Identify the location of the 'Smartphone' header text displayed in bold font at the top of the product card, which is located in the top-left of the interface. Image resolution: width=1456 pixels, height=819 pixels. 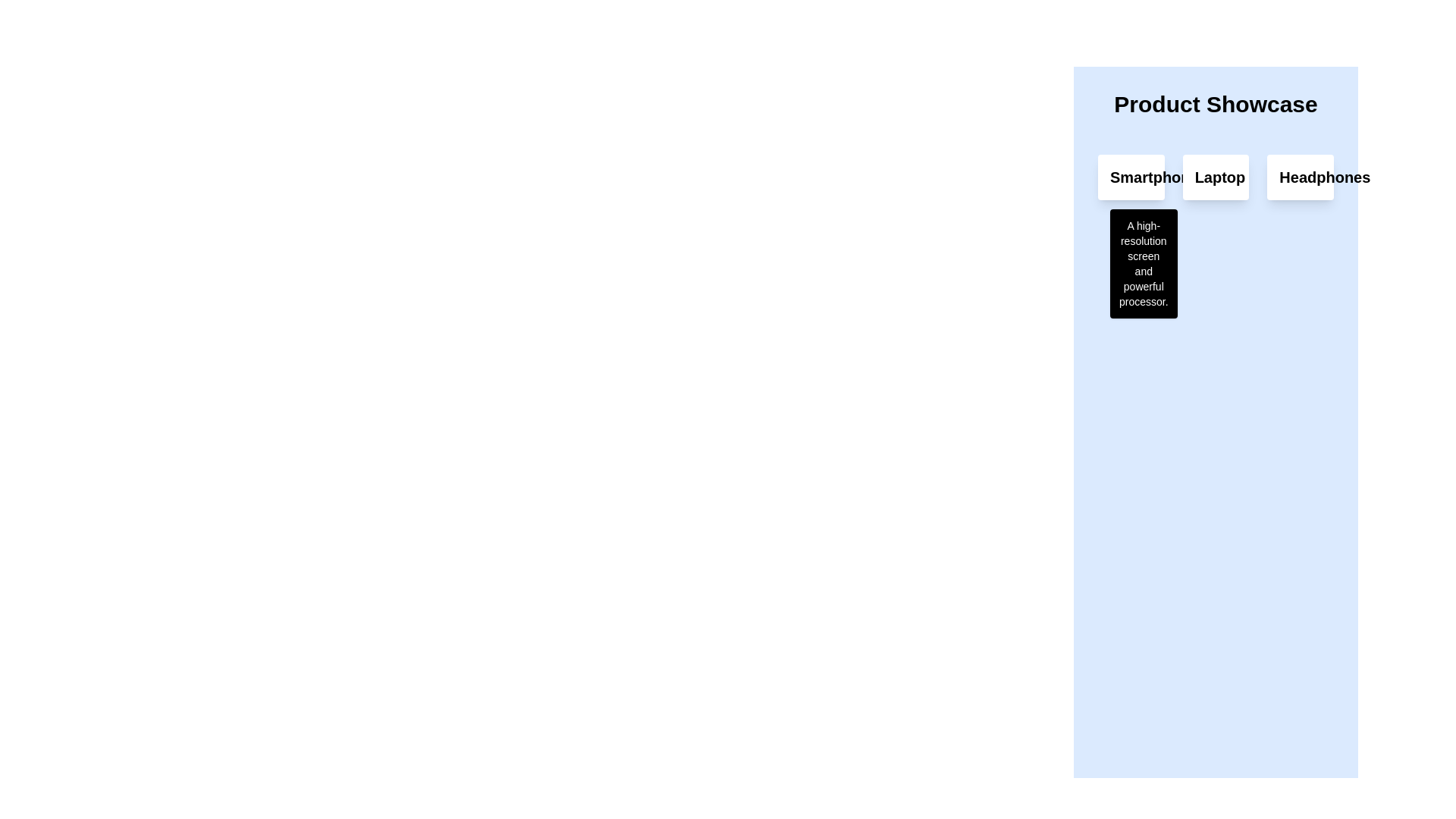
(1131, 177).